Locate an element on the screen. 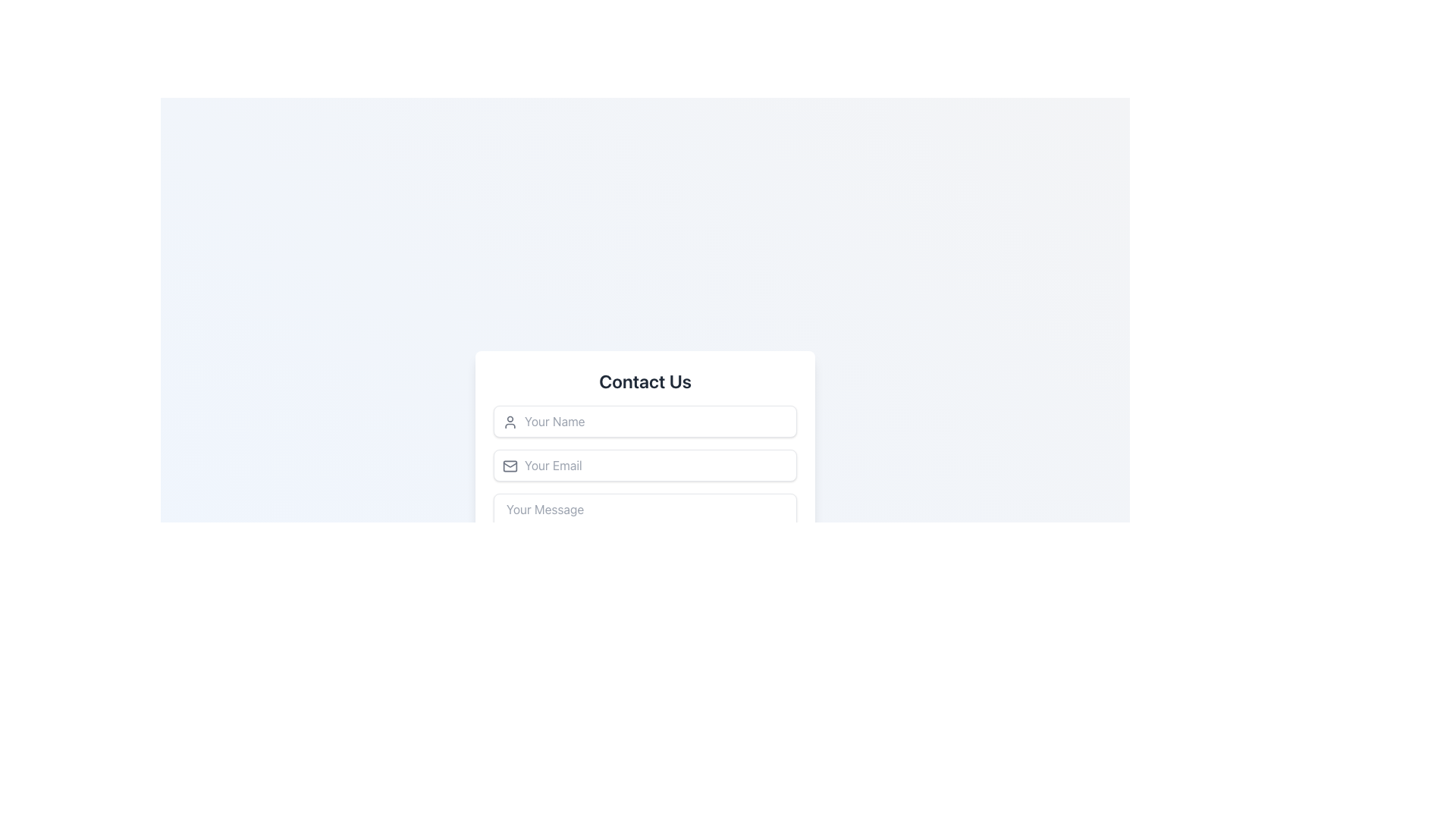 This screenshot has height=819, width=1456. the SVG rectangle element that forms the base of the envelope icon located to the left of the email input field in the contact form is located at coordinates (510, 465).